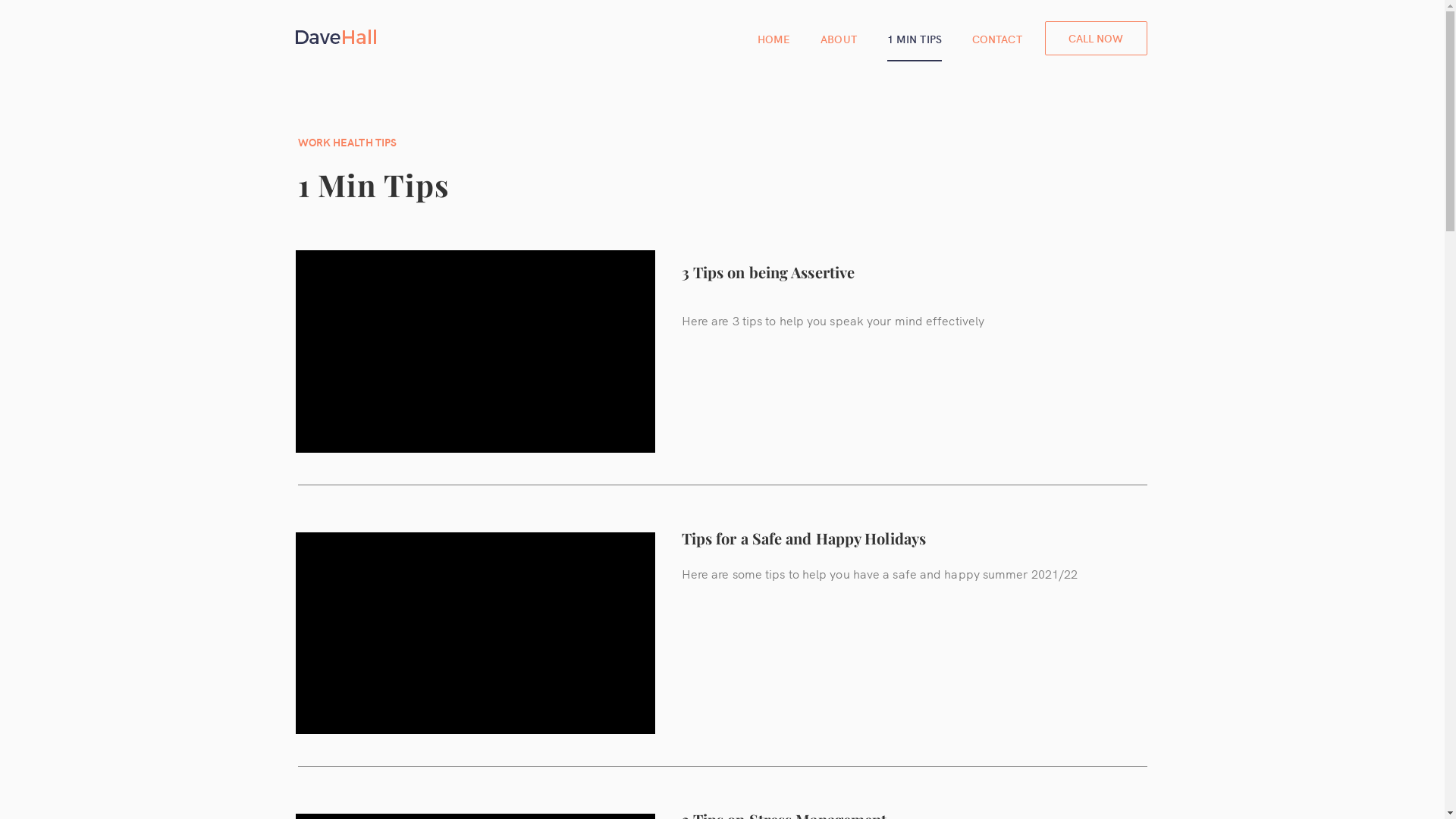 This screenshot has width=1456, height=819. I want to click on 'ABOUT', so click(837, 37).